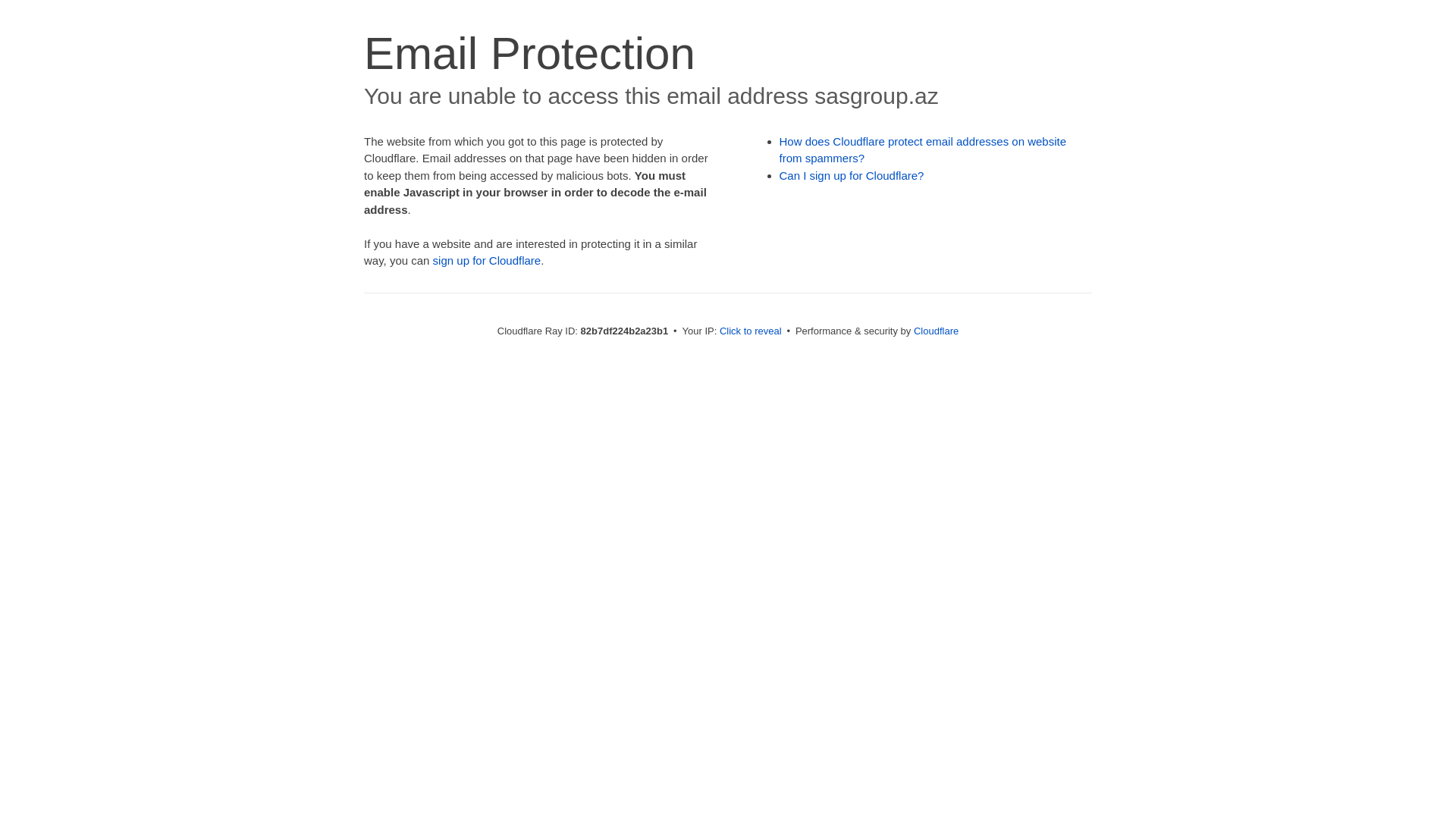 The width and height of the screenshot is (1456, 819). What do you see at coordinates (487, 259) in the screenshot?
I see `'sign up for Cloudflare'` at bounding box center [487, 259].